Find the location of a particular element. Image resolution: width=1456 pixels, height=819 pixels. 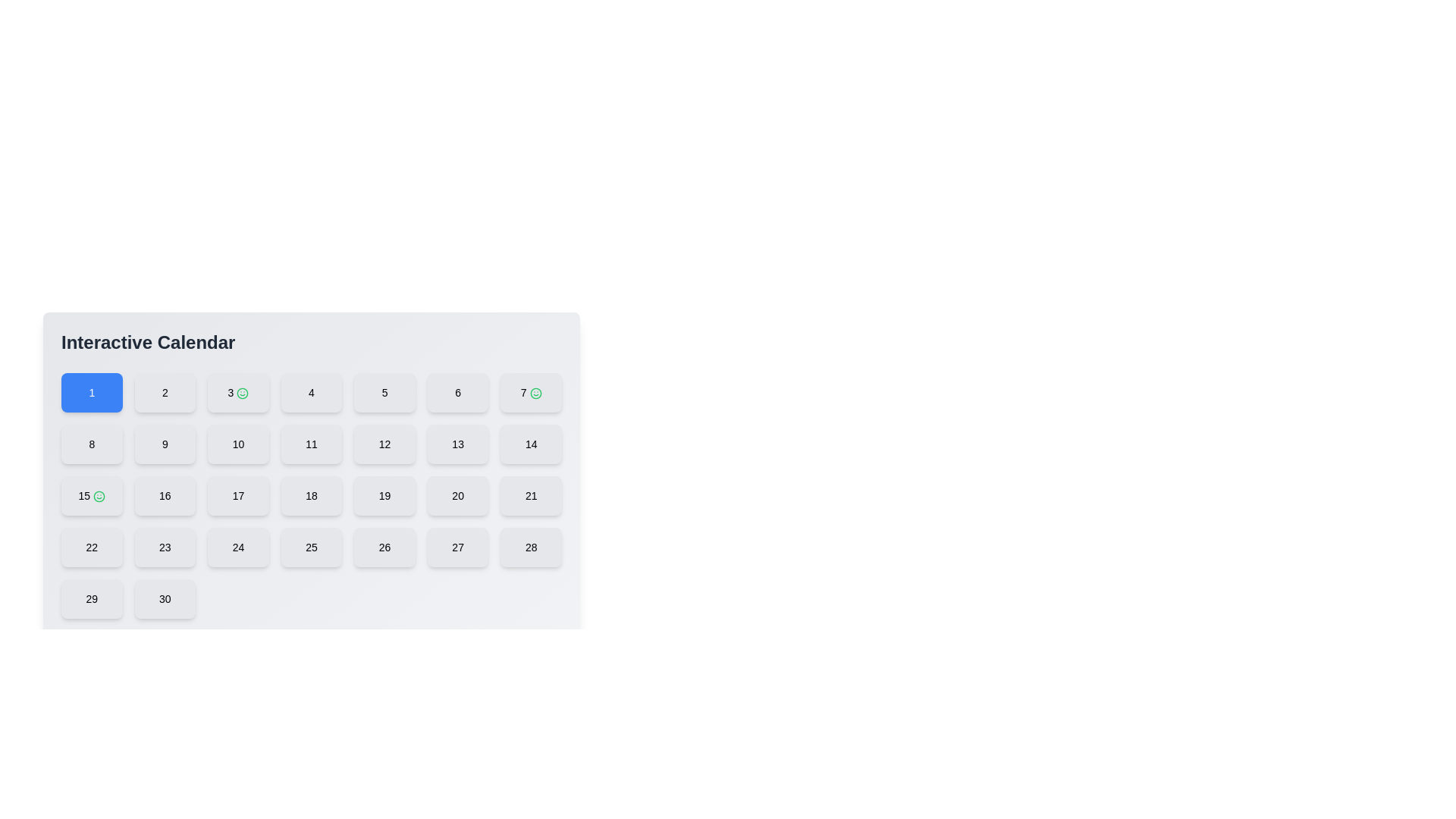

the square-shaped button labeled '16' with a light gray background and rounded corners located is located at coordinates (165, 496).